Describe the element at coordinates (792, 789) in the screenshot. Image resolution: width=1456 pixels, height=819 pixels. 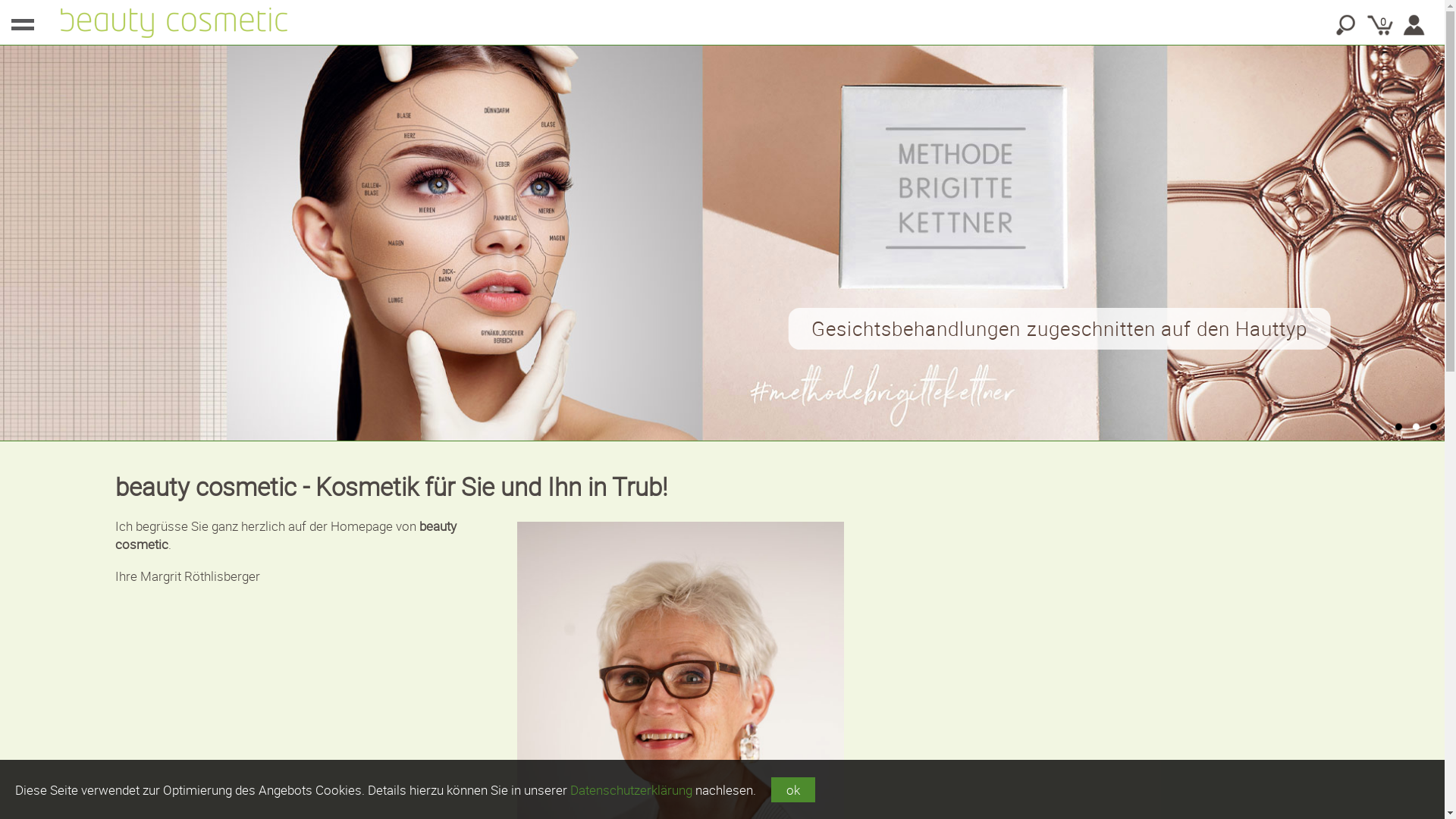
I see `'ok'` at that location.